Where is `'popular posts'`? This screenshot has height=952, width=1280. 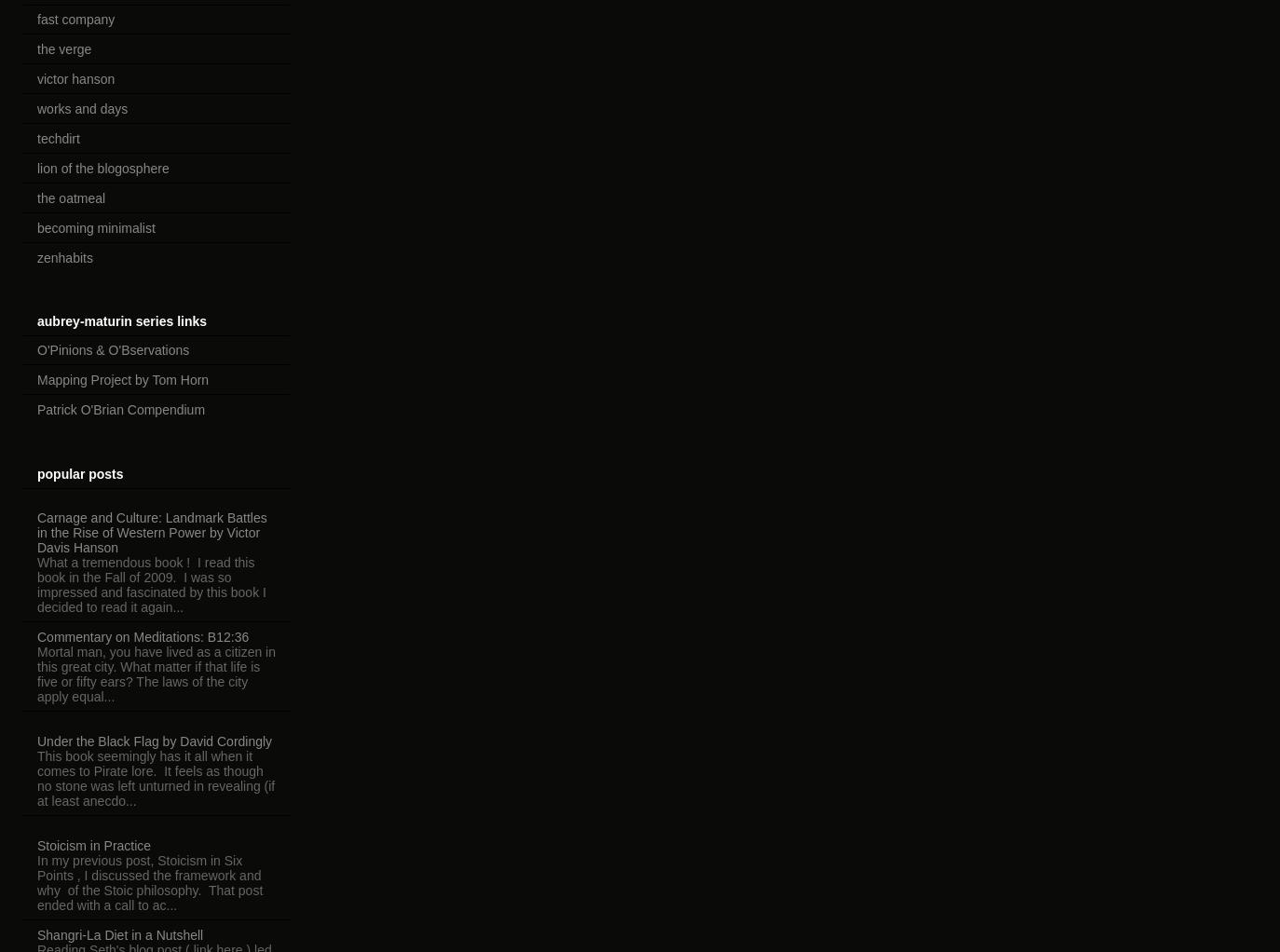 'popular posts' is located at coordinates (79, 473).